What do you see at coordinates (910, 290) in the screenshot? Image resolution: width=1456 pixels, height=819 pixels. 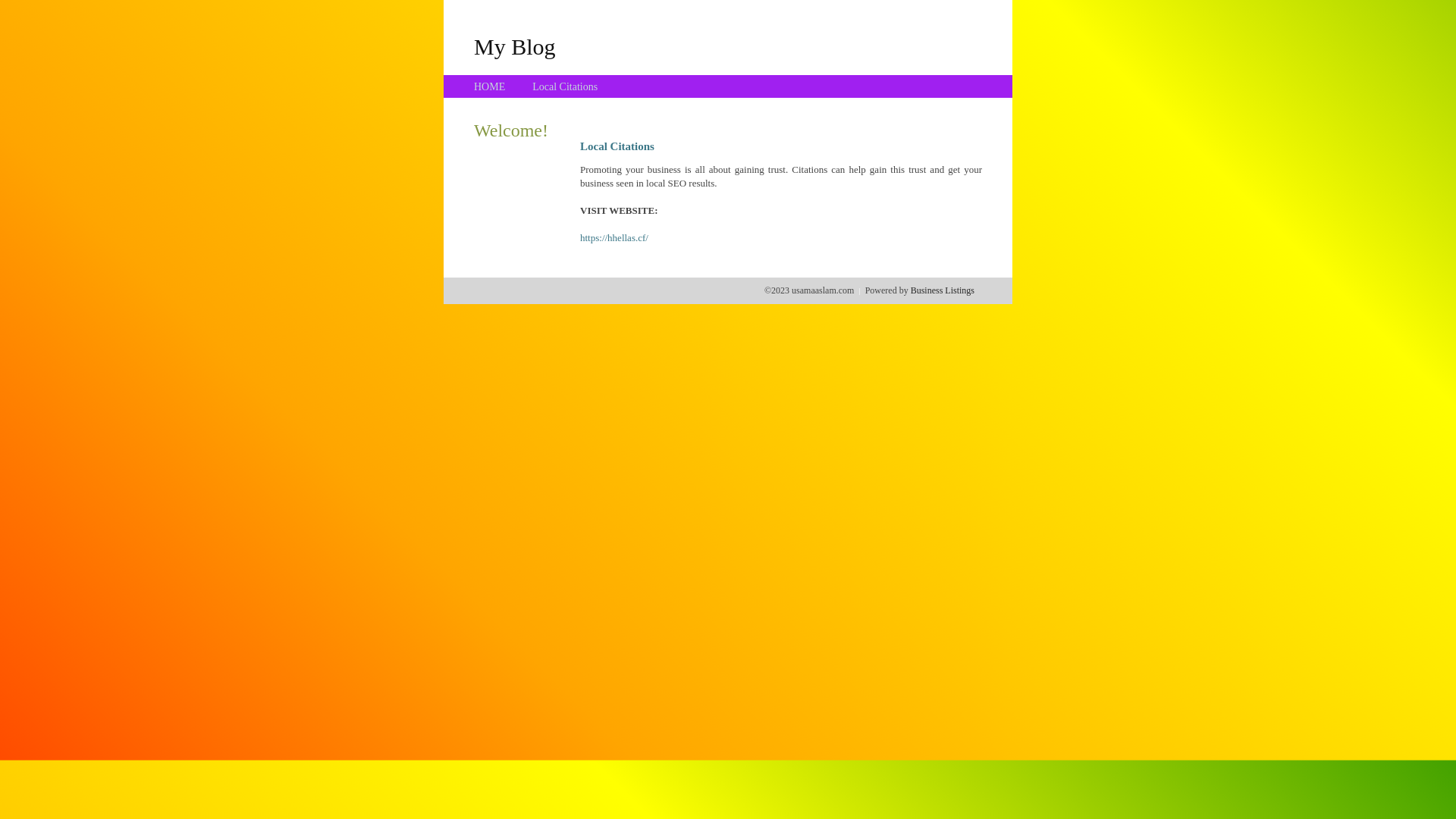 I see `'Business Listings'` at bounding box center [910, 290].